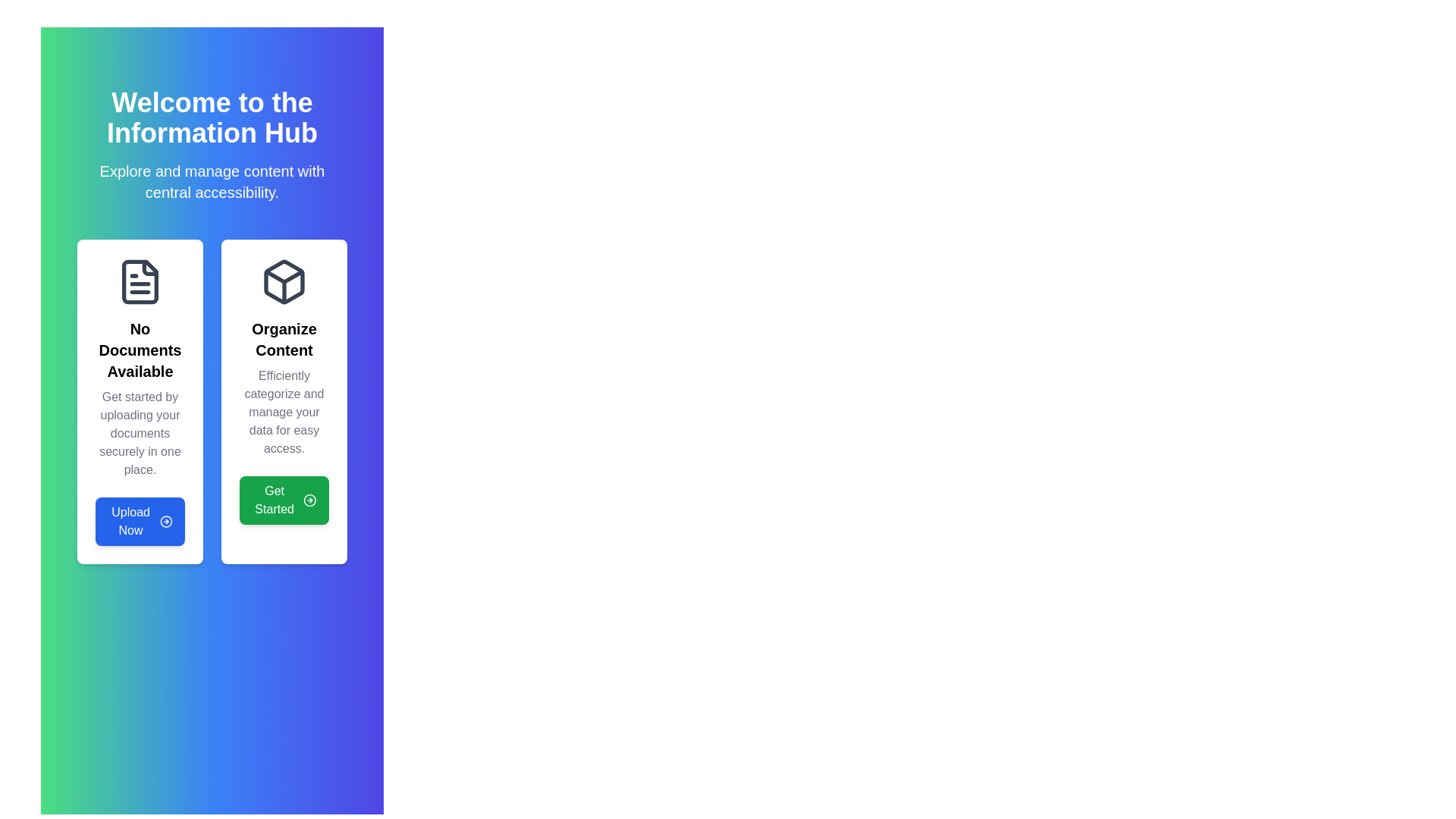 The width and height of the screenshot is (1456, 819). Describe the element at coordinates (140, 281) in the screenshot. I see `the 'No Documents Available' SVG graphic element, which is centrally located in the left column of two side-by-side cards, above the text 'No Documents Available'` at that location.